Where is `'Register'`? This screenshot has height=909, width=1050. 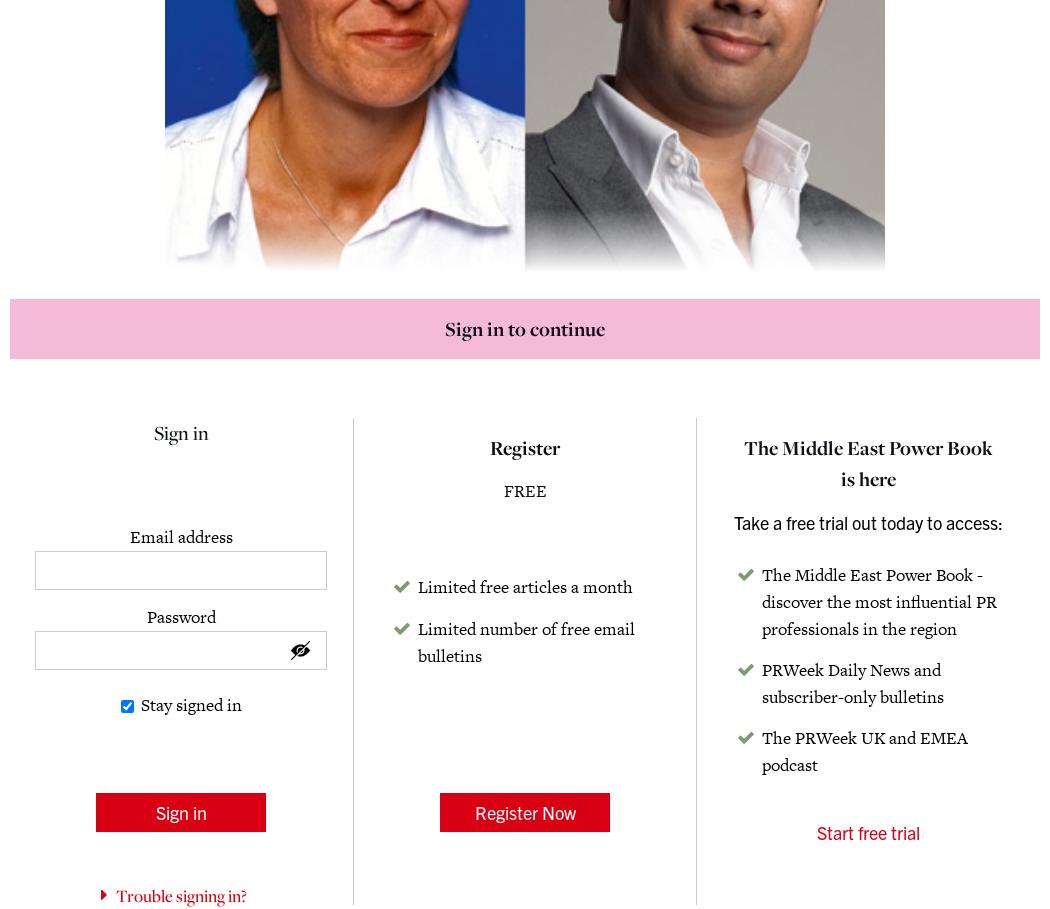 'Register' is located at coordinates (525, 445).